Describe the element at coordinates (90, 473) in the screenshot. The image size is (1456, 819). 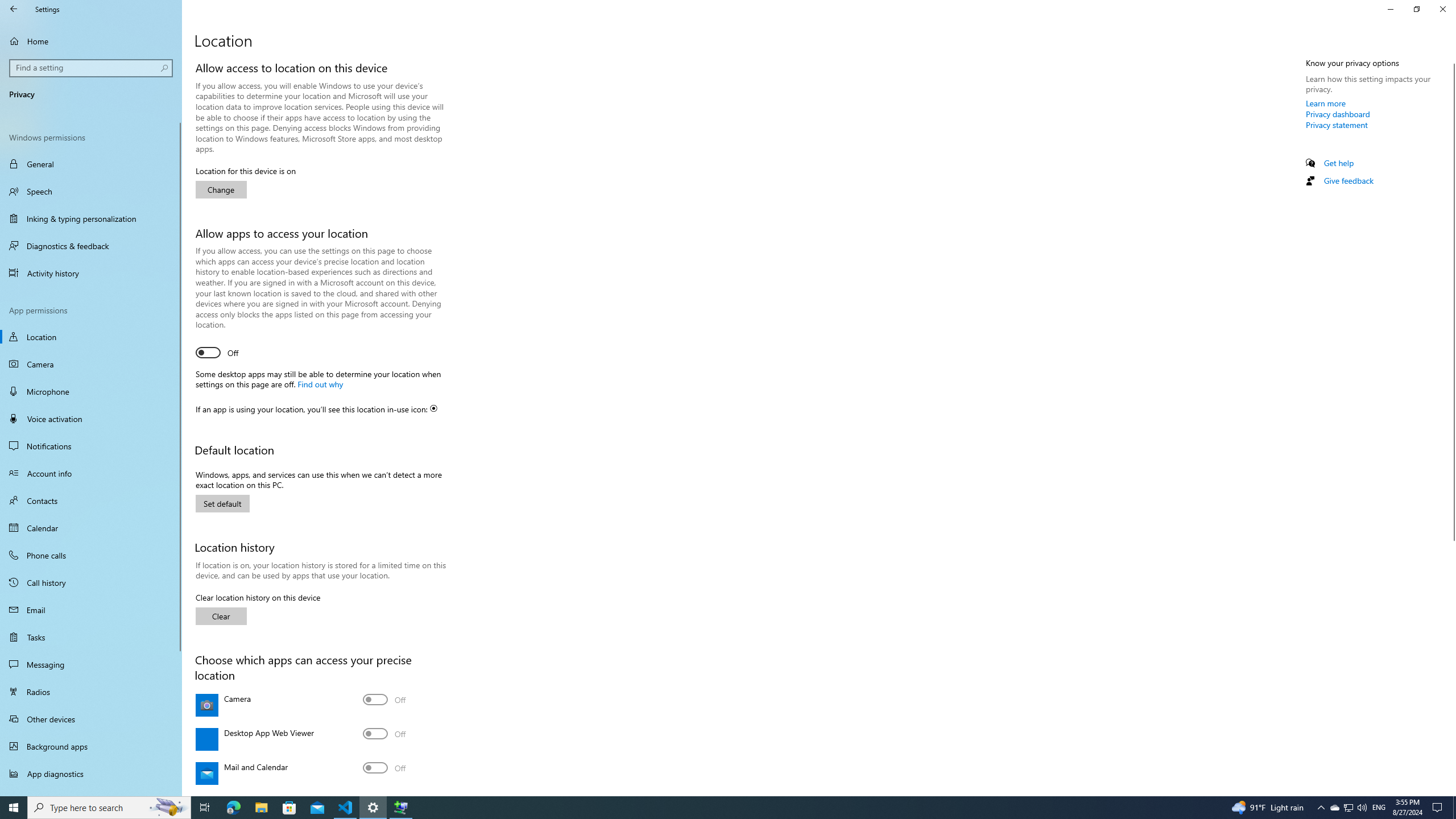
I see `'Account info'` at that location.